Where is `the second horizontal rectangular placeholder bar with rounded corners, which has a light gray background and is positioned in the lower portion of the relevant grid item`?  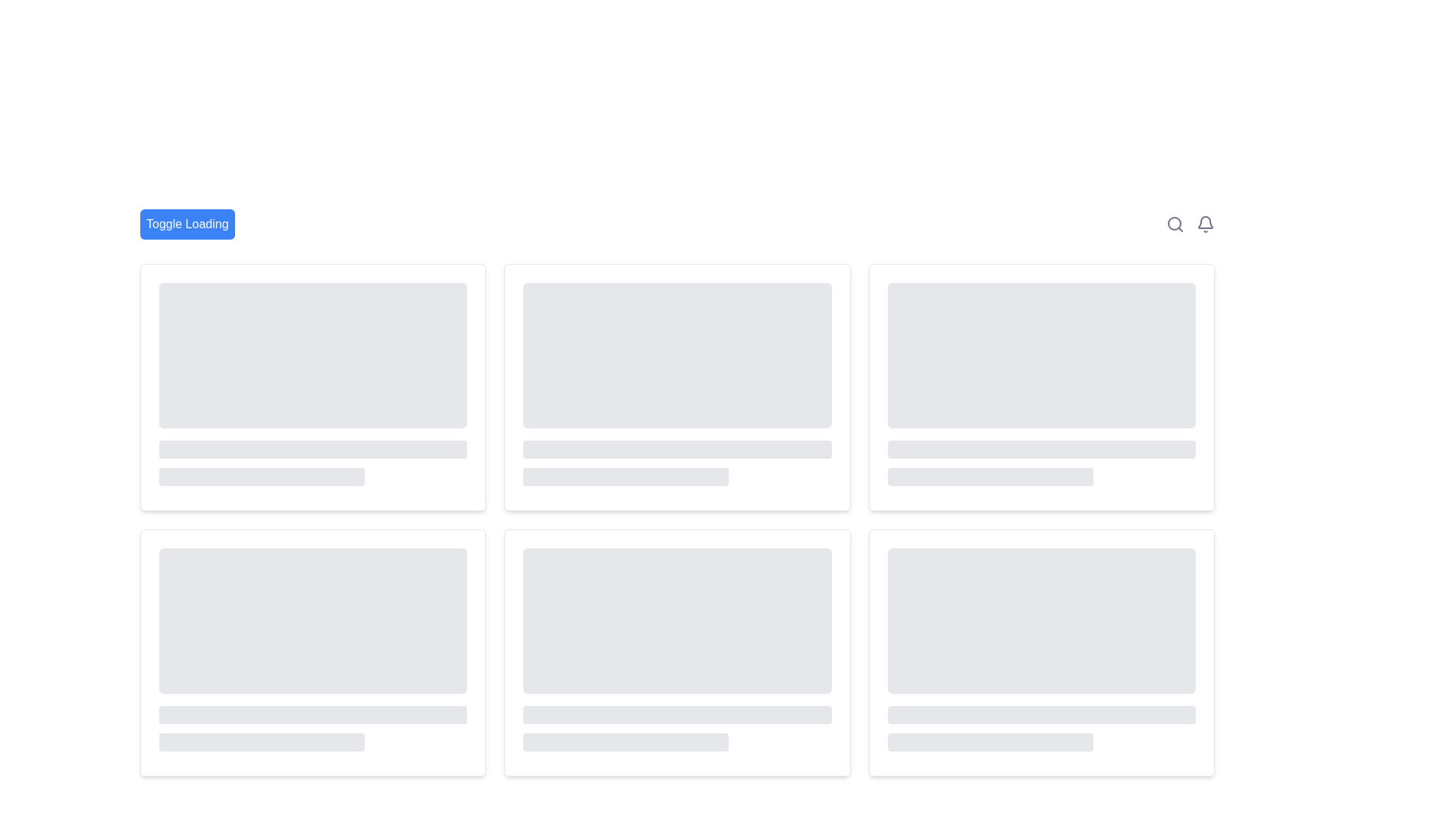 the second horizontal rectangular placeholder bar with rounded corners, which has a light gray background and is positioned in the lower portion of the relevant grid item is located at coordinates (312, 714).